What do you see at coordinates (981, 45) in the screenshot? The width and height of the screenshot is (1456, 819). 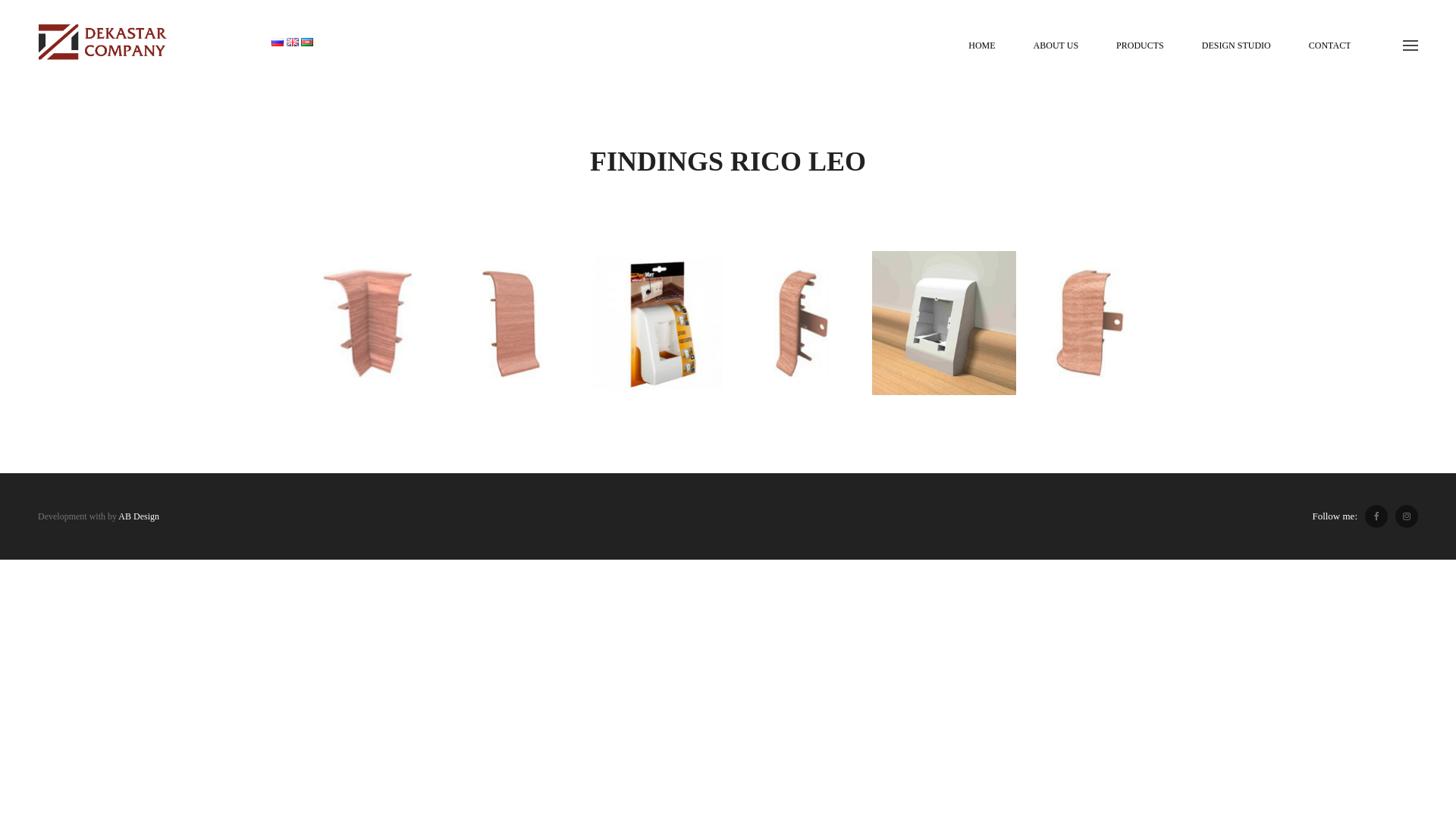 I see `'HOME'` at bounding box center [981, 45].